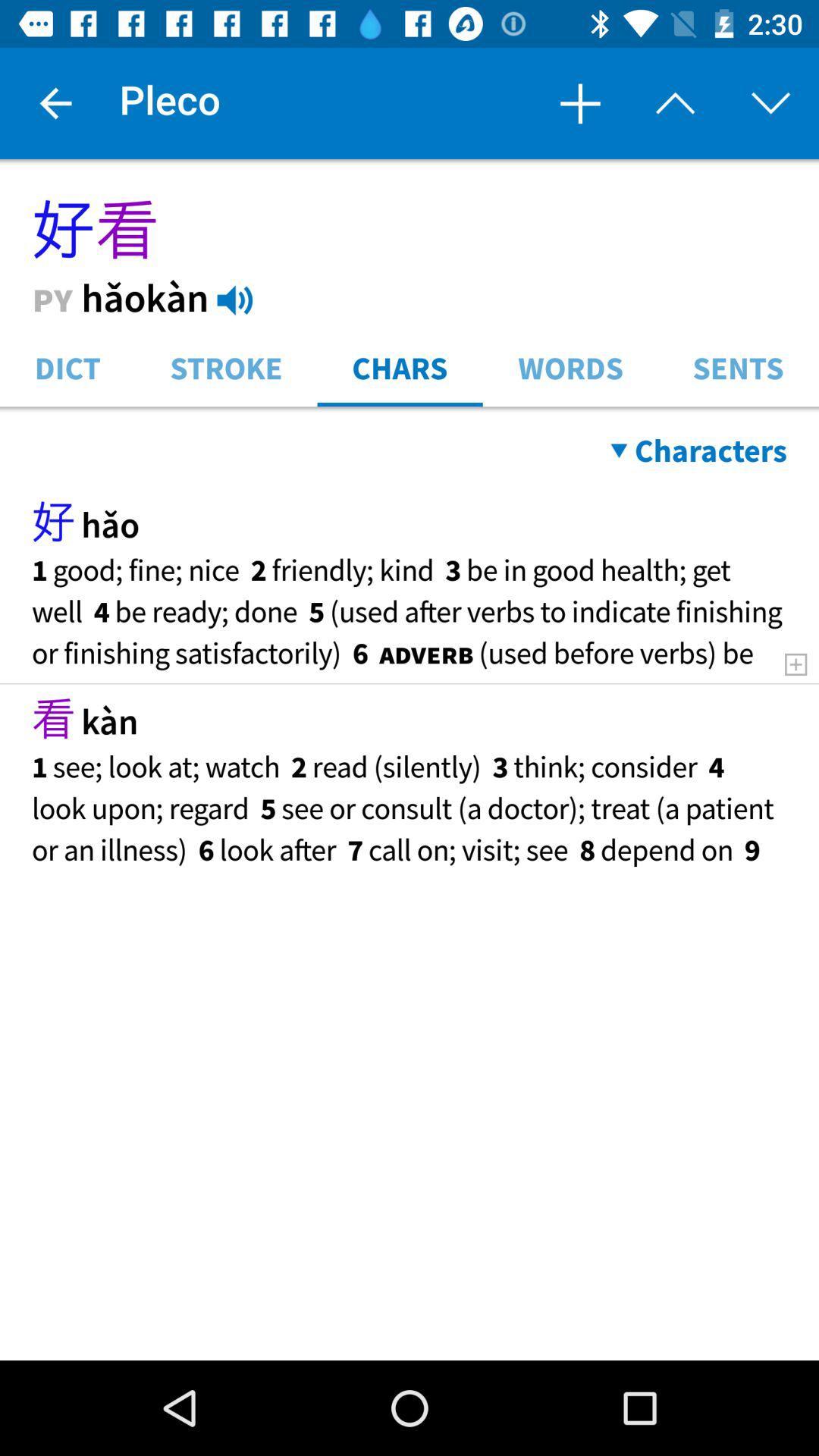  Describe the element at coordinates (67, 366) in the screenshot. I see `icon to the left of stroke` at that location.